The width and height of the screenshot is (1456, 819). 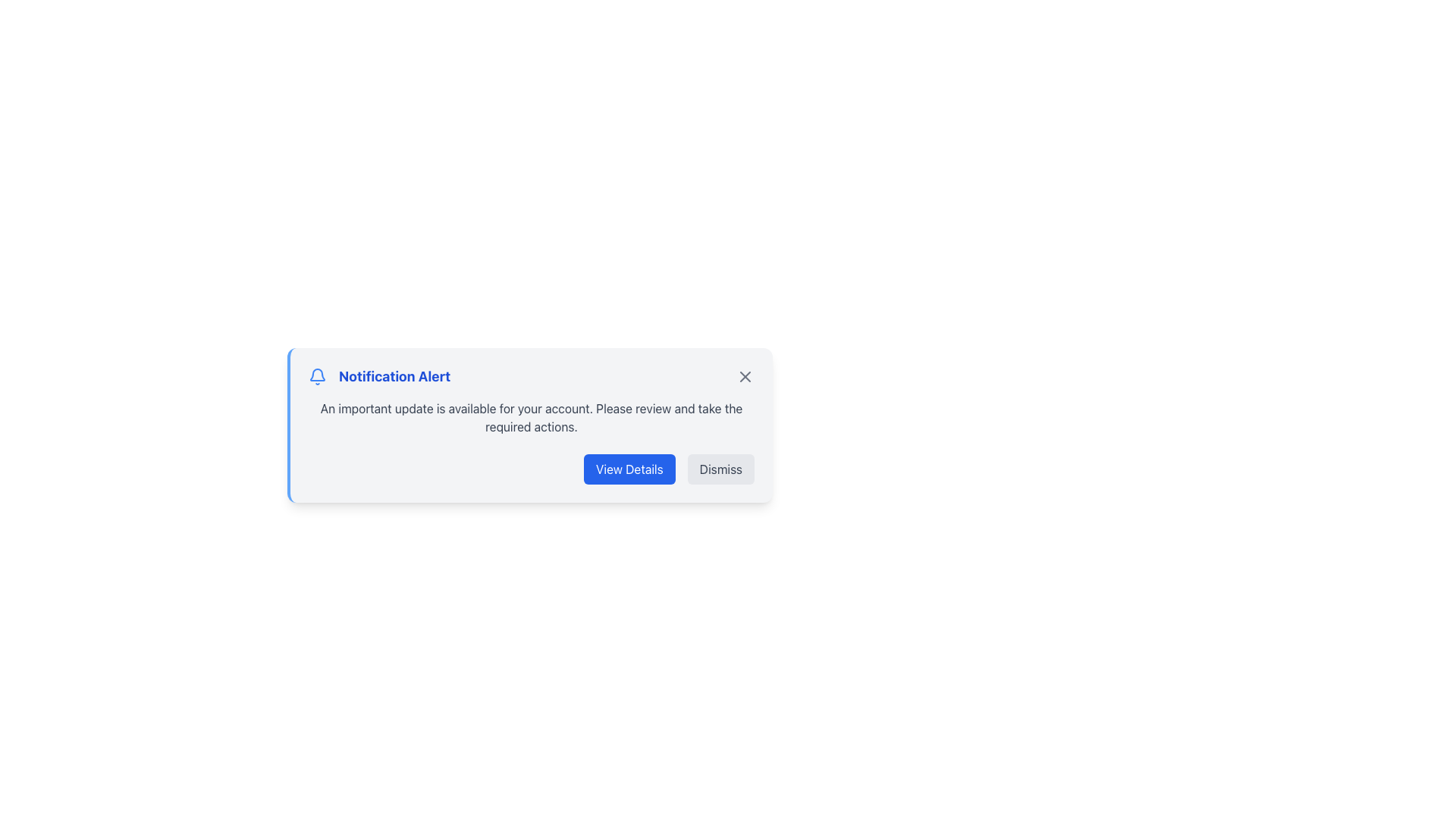 What do you see at coordinates (316, 376) in the screenshot?
I see `the bell icon with a blue outline indicating a notification, located to the left of the 'Notification Alert' text at the top of the notification card` at bounding box center [316, 376].